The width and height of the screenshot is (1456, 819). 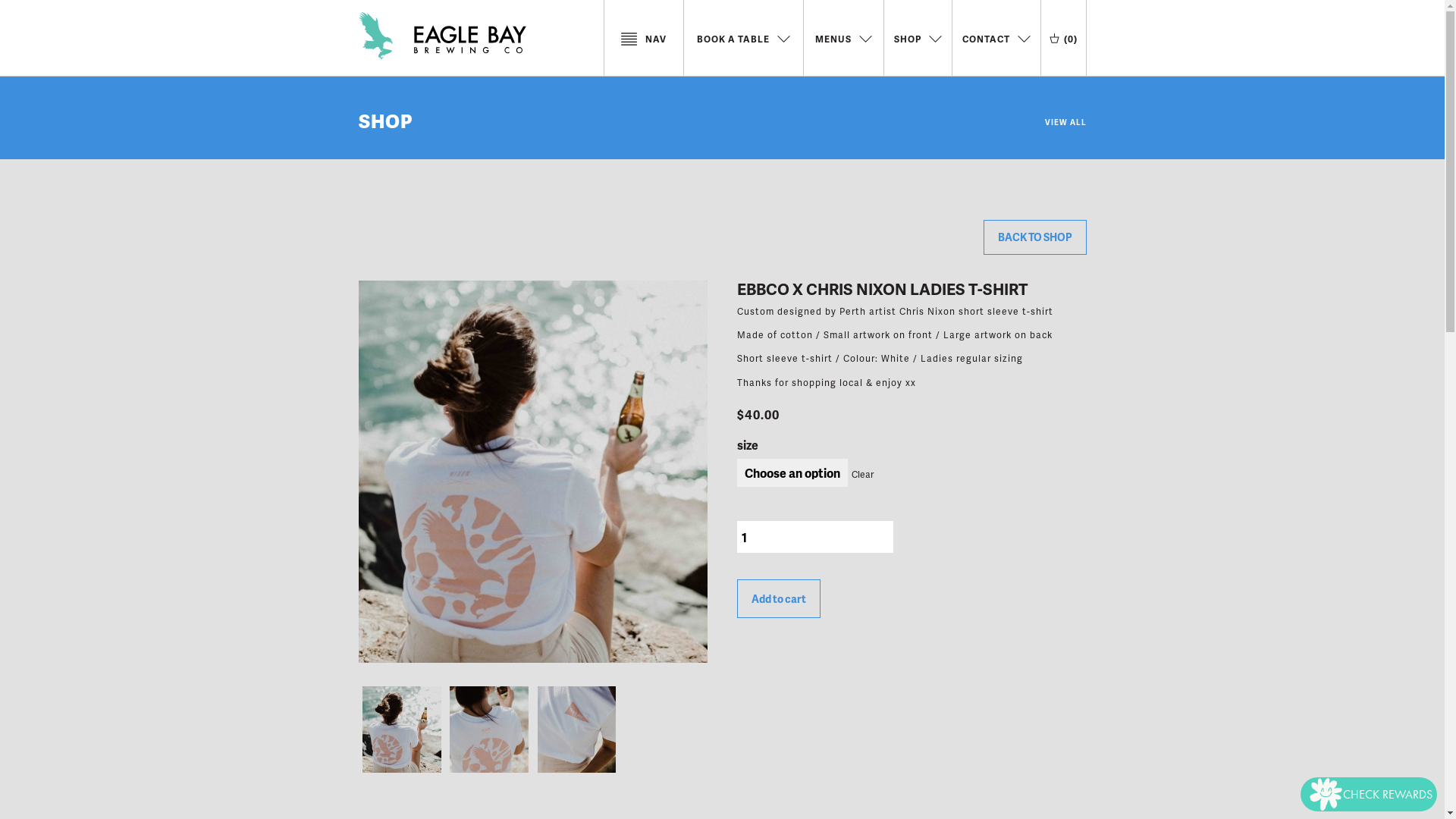 What do you see at coordinates (1065, 116) in the screenshot?
I see `'VIEW ALL'` at bounding box center [1065, 116].